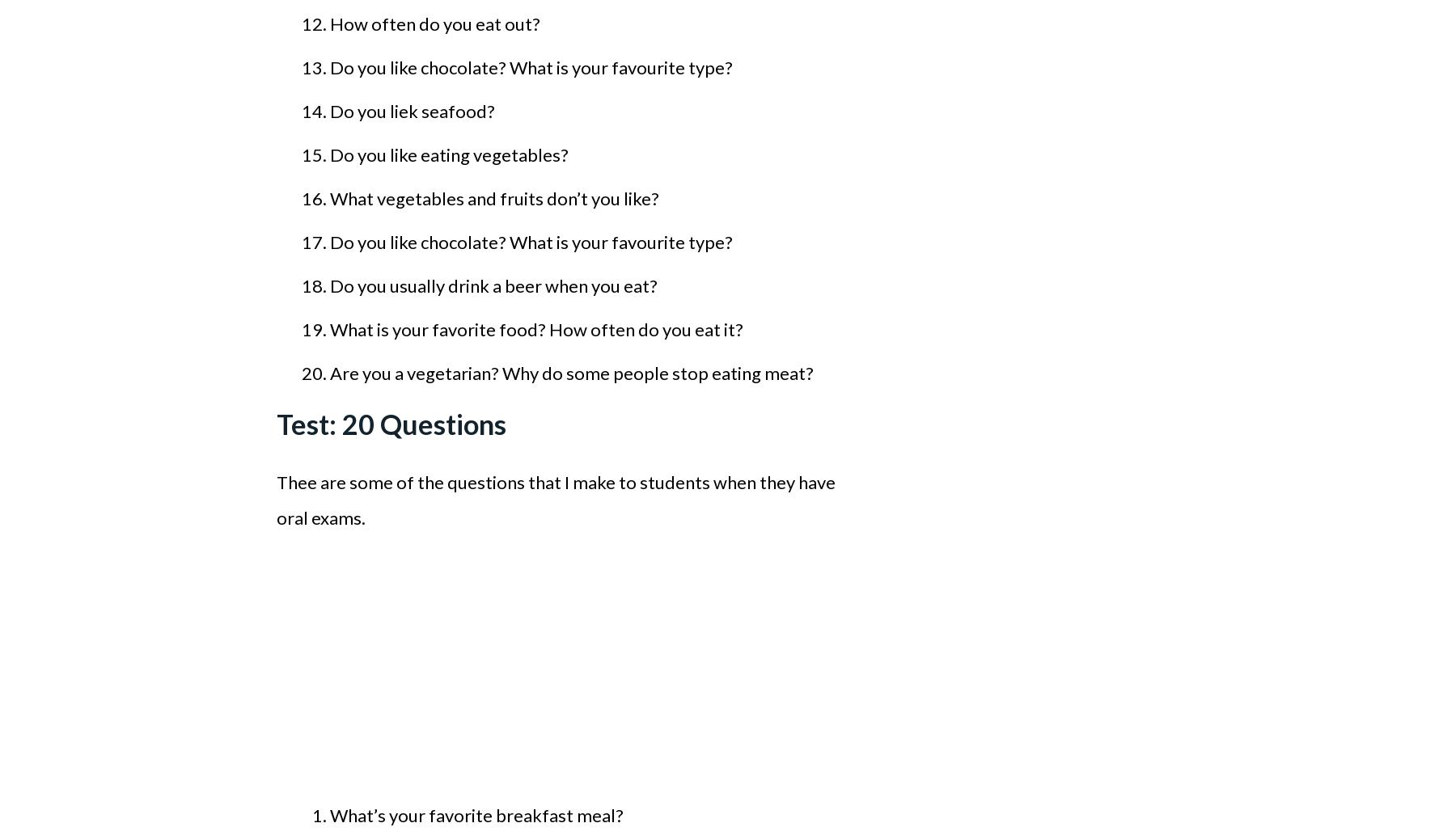  I want to click on 'Do you usually drink a beer when you eat?', so click(329, 285).